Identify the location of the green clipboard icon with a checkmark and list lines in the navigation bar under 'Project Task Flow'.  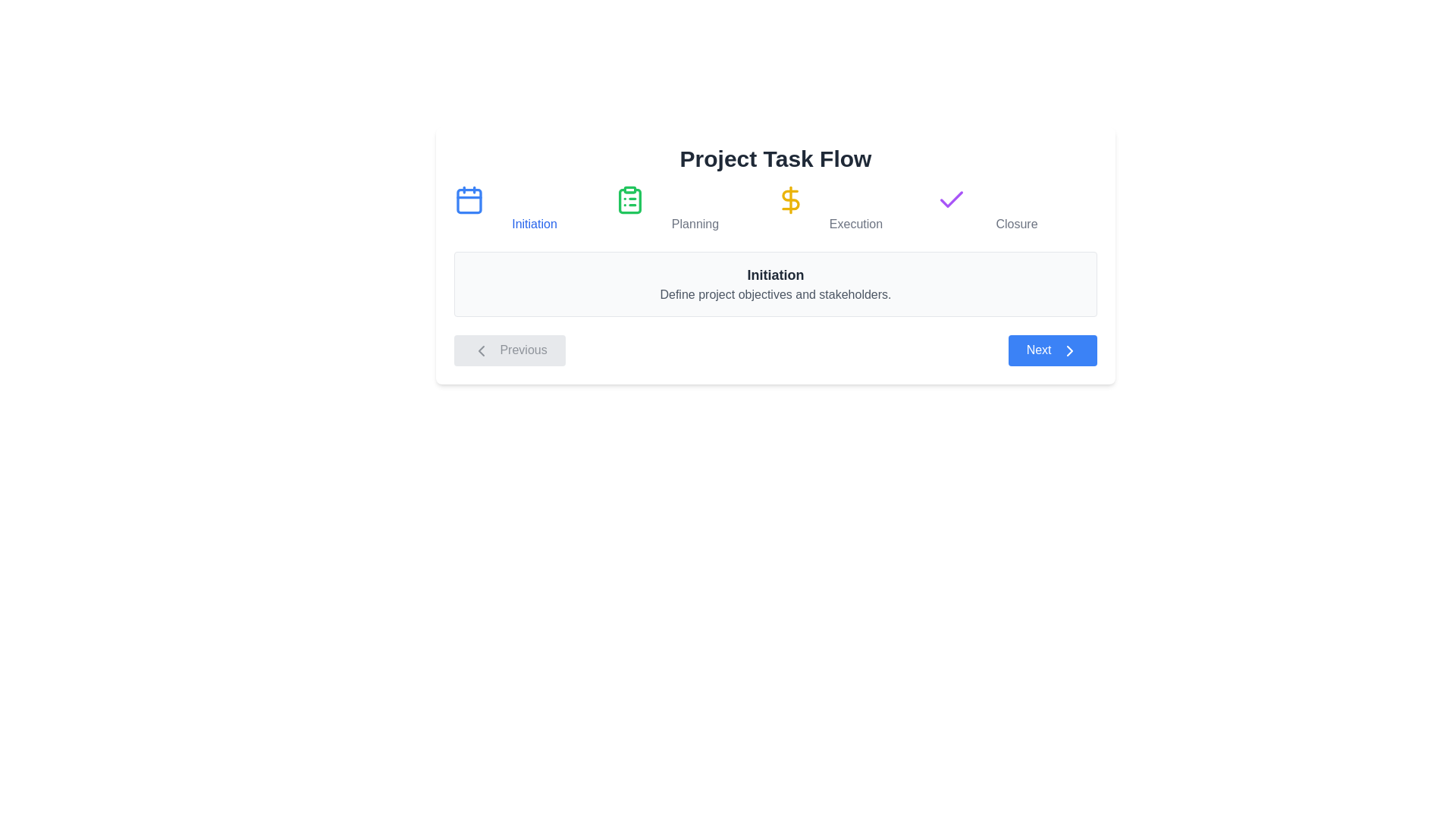
(629, 199).